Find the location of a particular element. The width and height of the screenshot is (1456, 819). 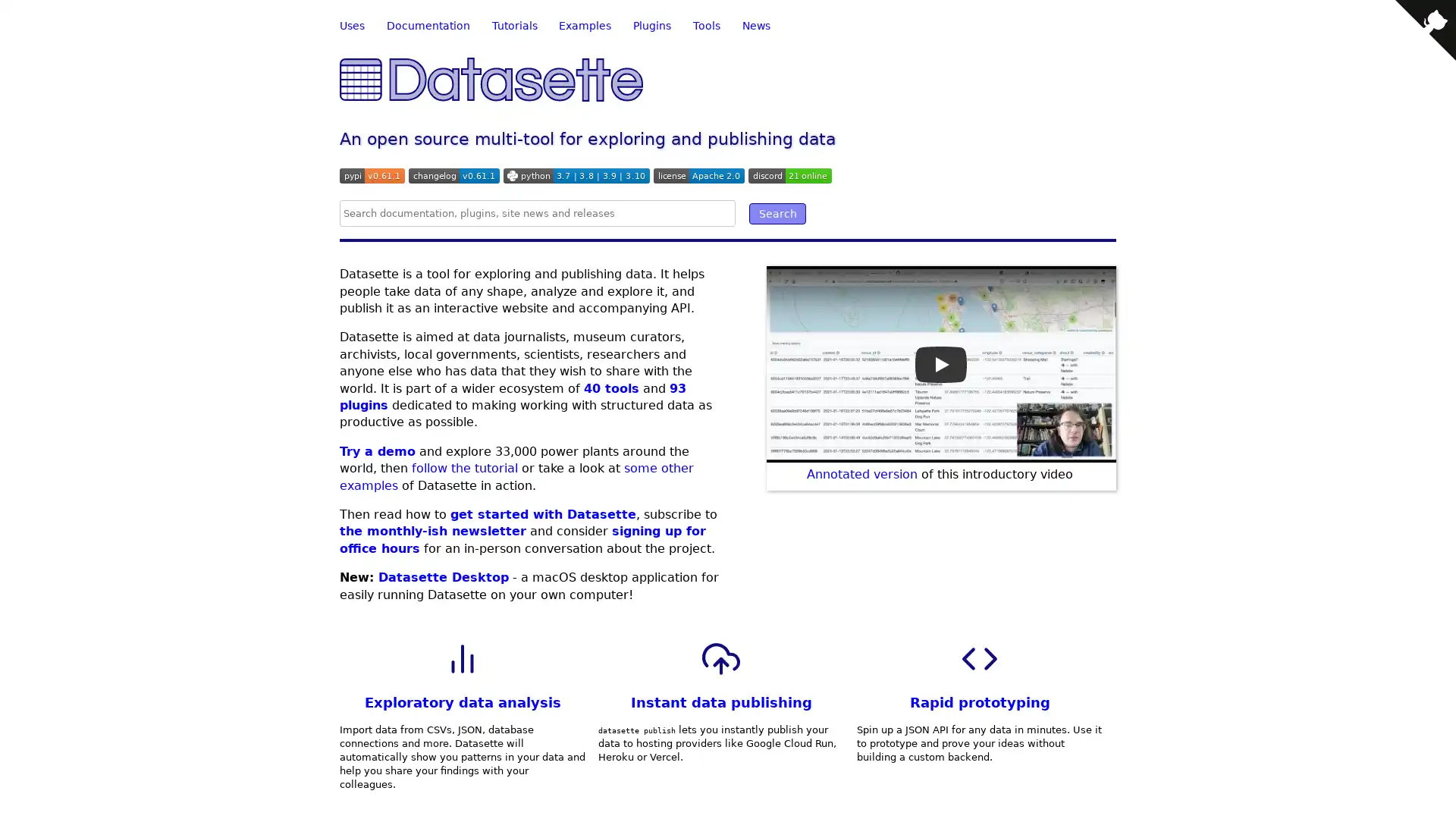

Play: Introduction to Datasette and sqlite-utils is located at coordinates (940, 363).